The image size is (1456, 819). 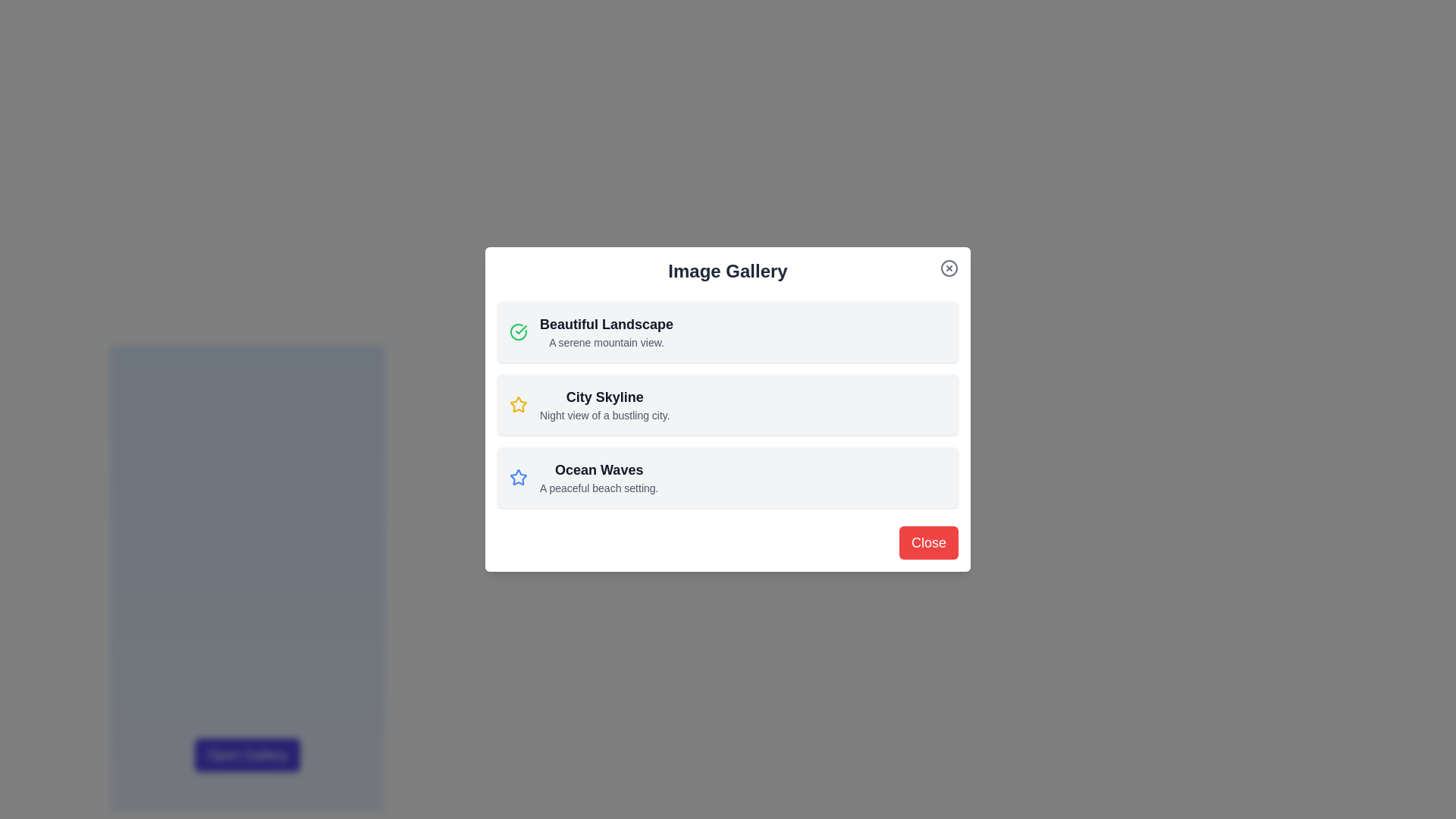 I want to click on the circular close button located in the top-right corner of the pop-up dialog box, so click(x=949, y=268).